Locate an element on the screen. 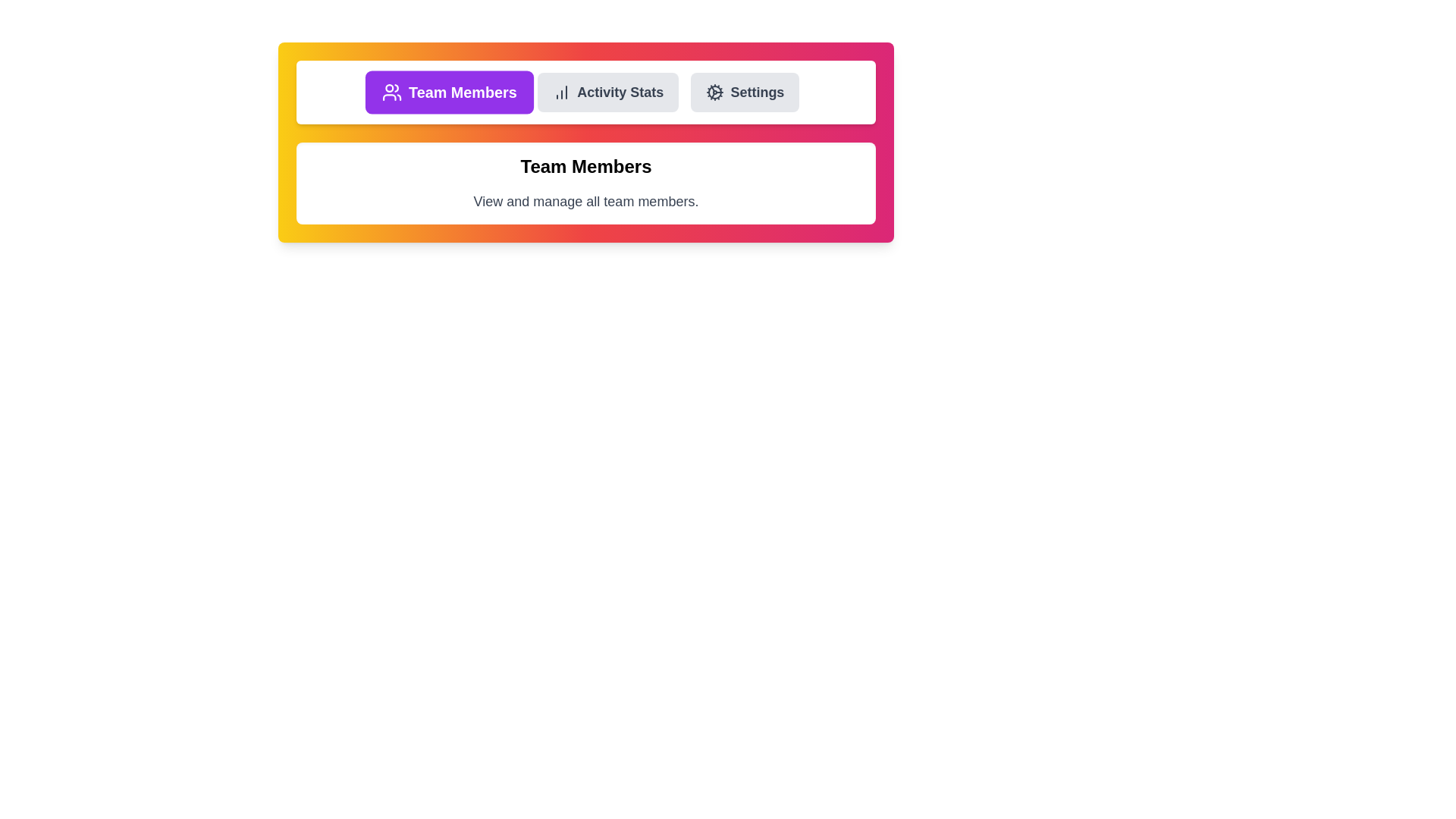 The image size is (1456, 819). the tab labeled Settings to view its description is located at coordinates (745, 93).